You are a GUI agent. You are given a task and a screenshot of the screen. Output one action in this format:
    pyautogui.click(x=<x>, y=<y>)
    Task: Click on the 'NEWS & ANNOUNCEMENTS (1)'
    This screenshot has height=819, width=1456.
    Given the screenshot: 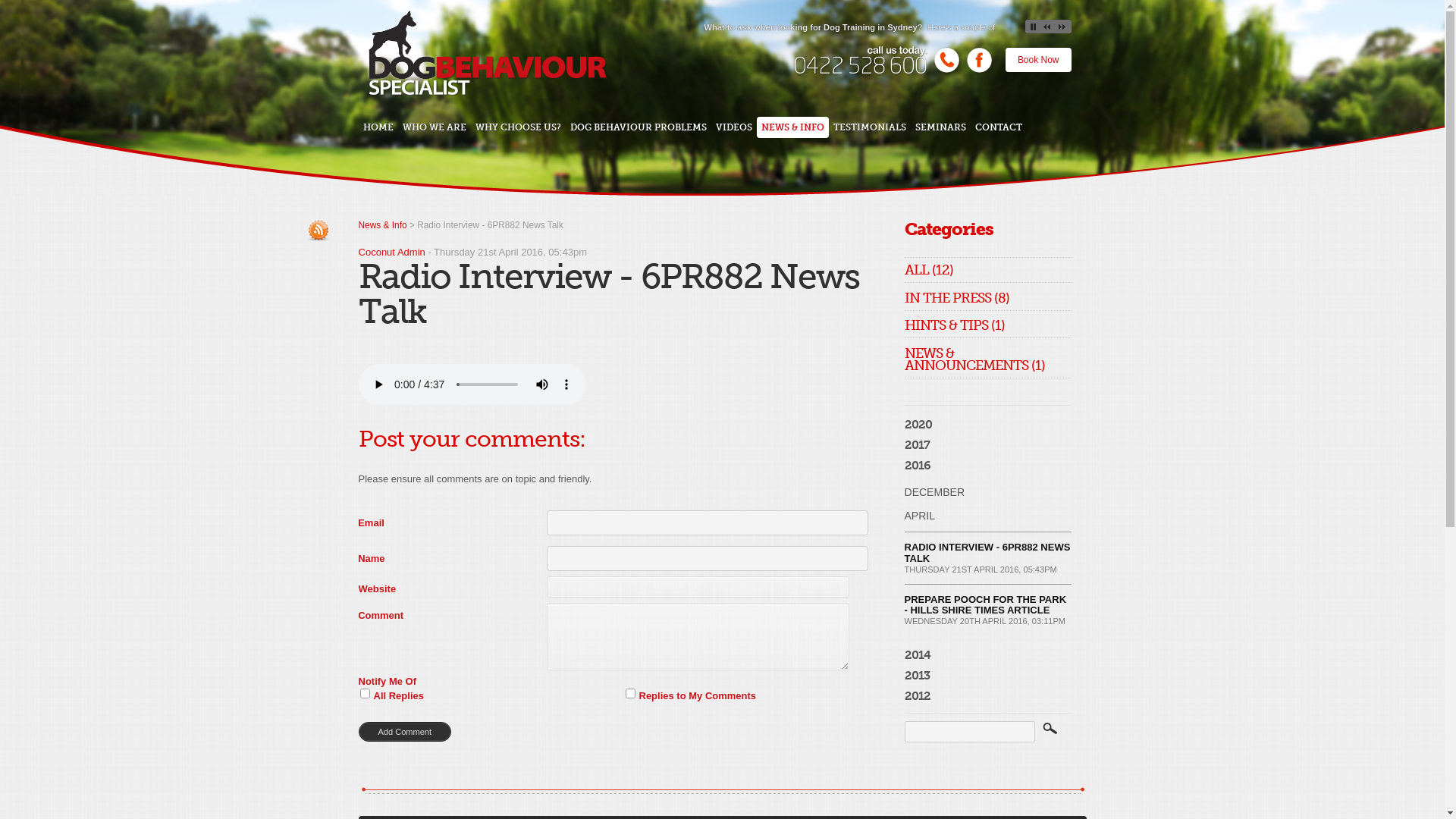 What is the action you would take?
    pyautogui.click(x=974, y=362)
    